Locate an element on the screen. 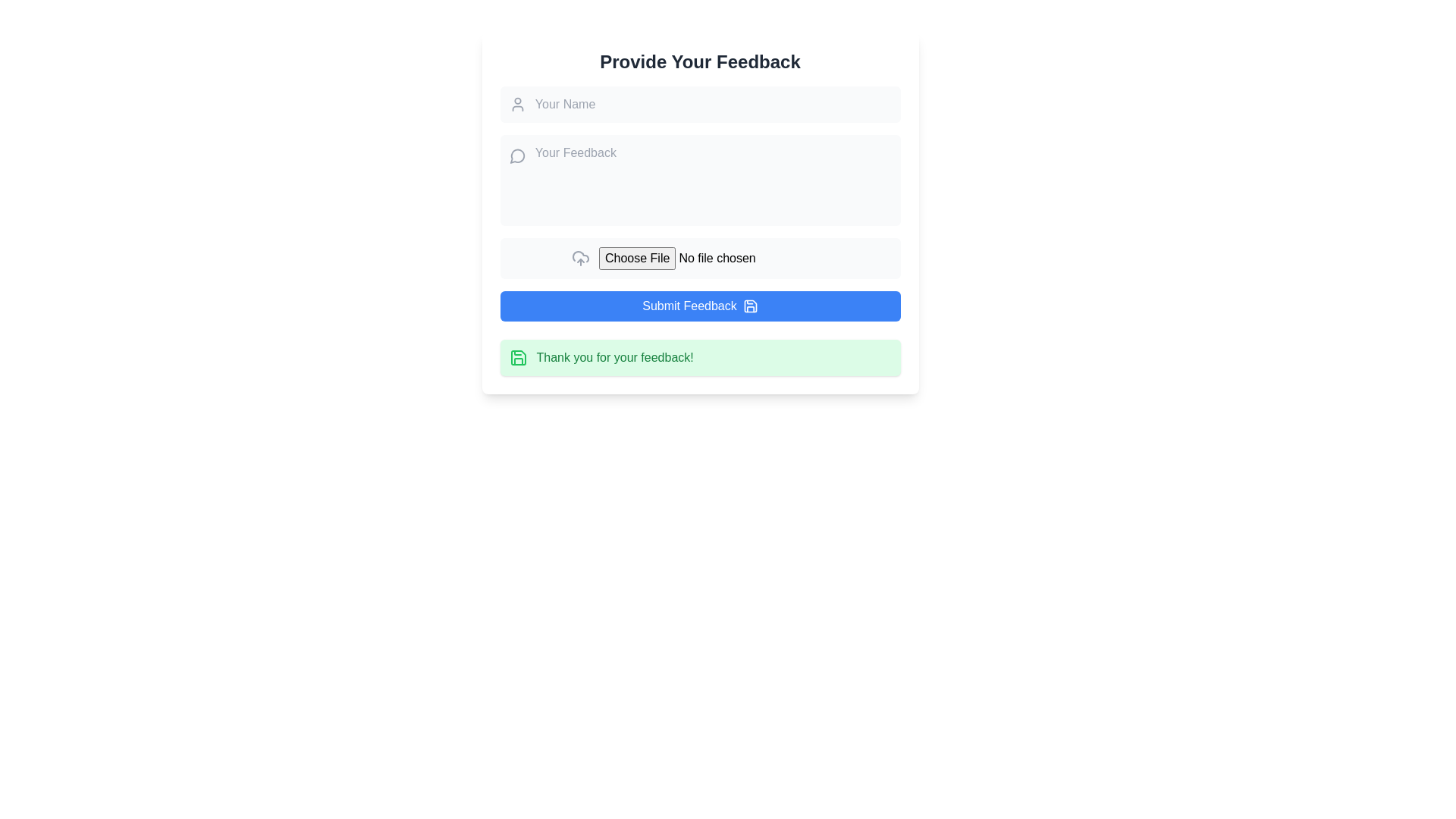  the circular speech bubble icon, which is a light gray outline graphic located to the left of the 'Your Feedback' input box in the feedback form is located at coordinates (517, 156).